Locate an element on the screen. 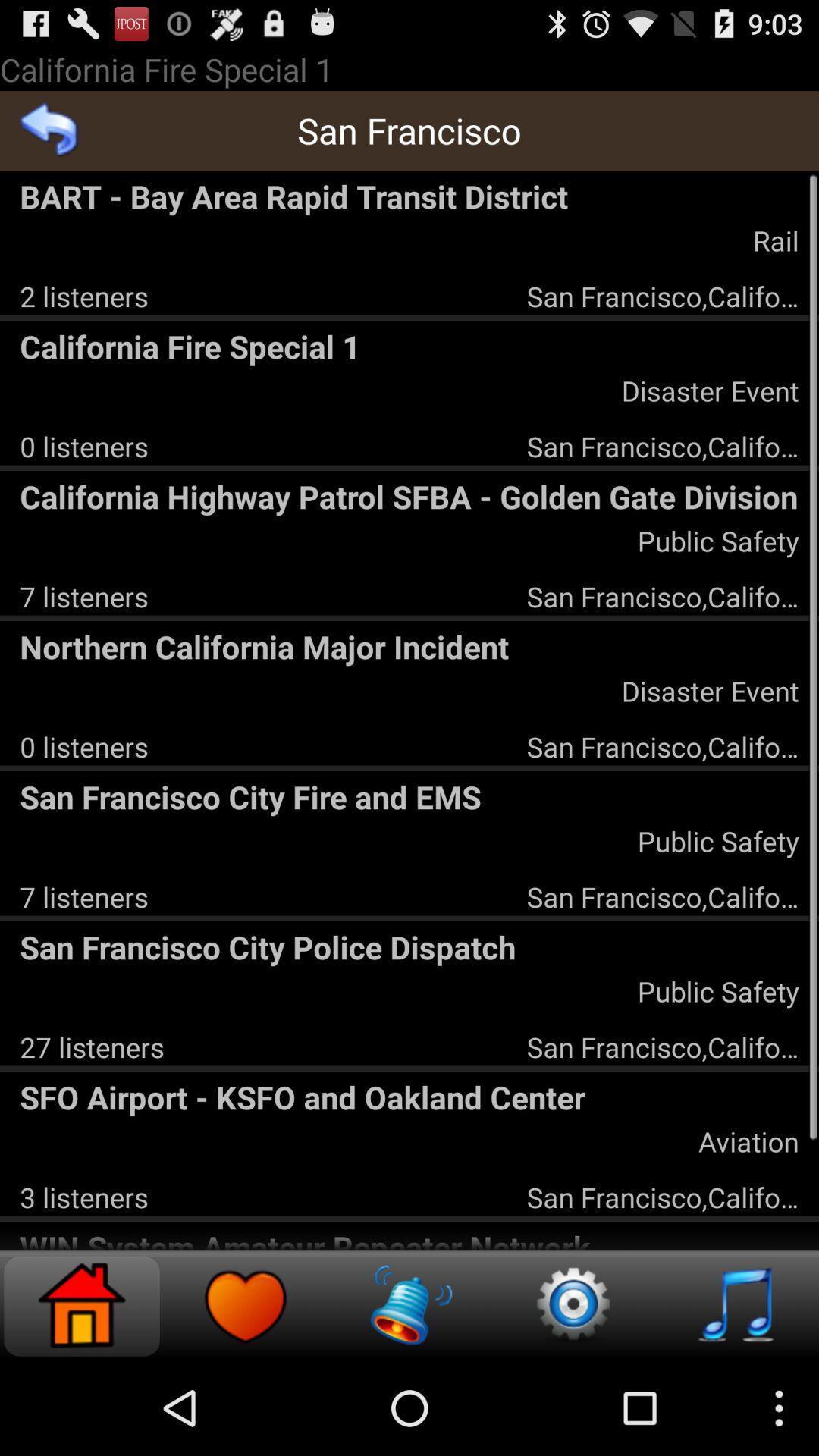 The height and width of the screenshot is (1456, 819). the item below bart bay area app is located at coordinates (84, 296).